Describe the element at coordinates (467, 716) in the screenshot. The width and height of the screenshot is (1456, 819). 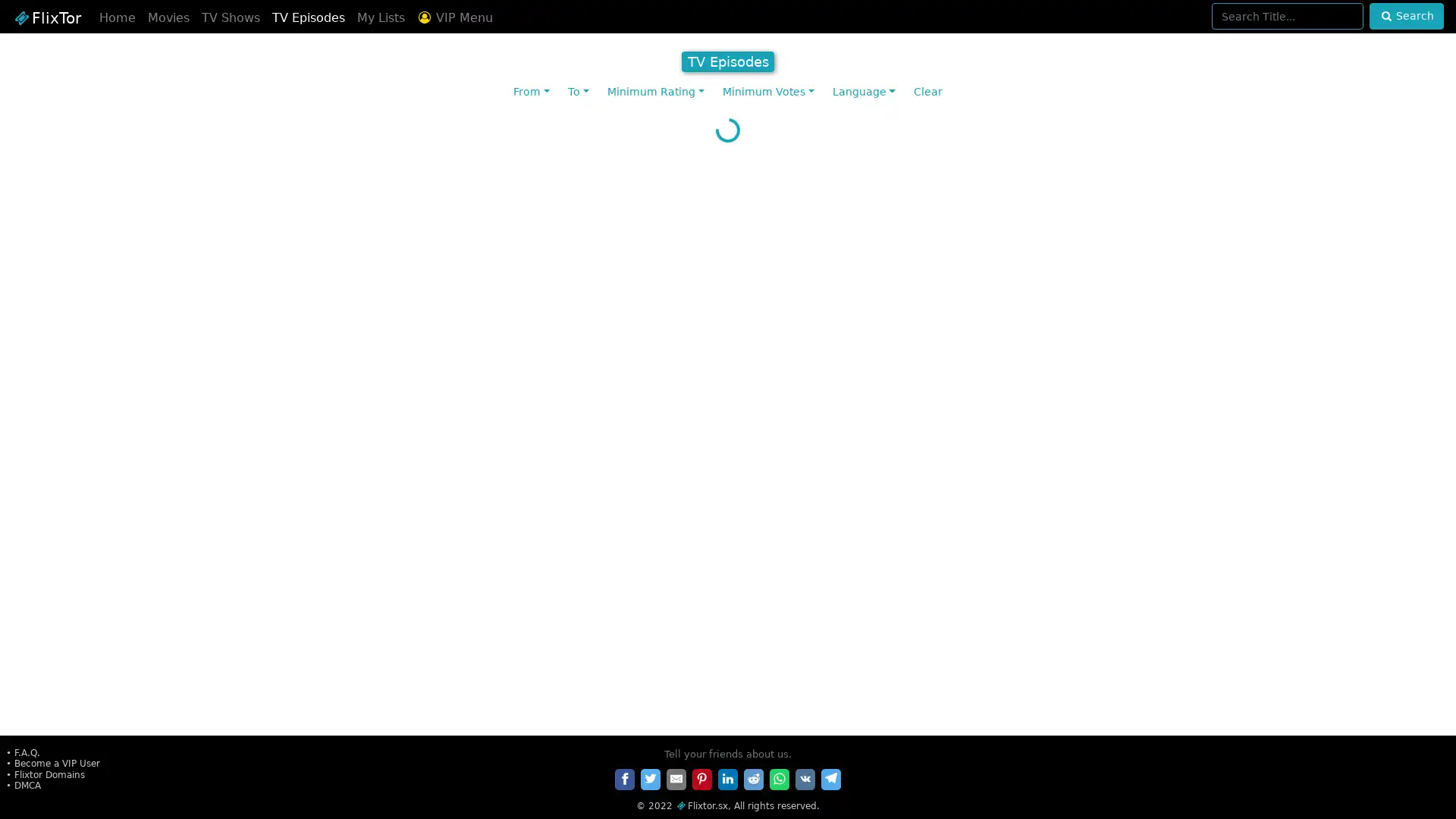
I see `Watch Now` at that location.